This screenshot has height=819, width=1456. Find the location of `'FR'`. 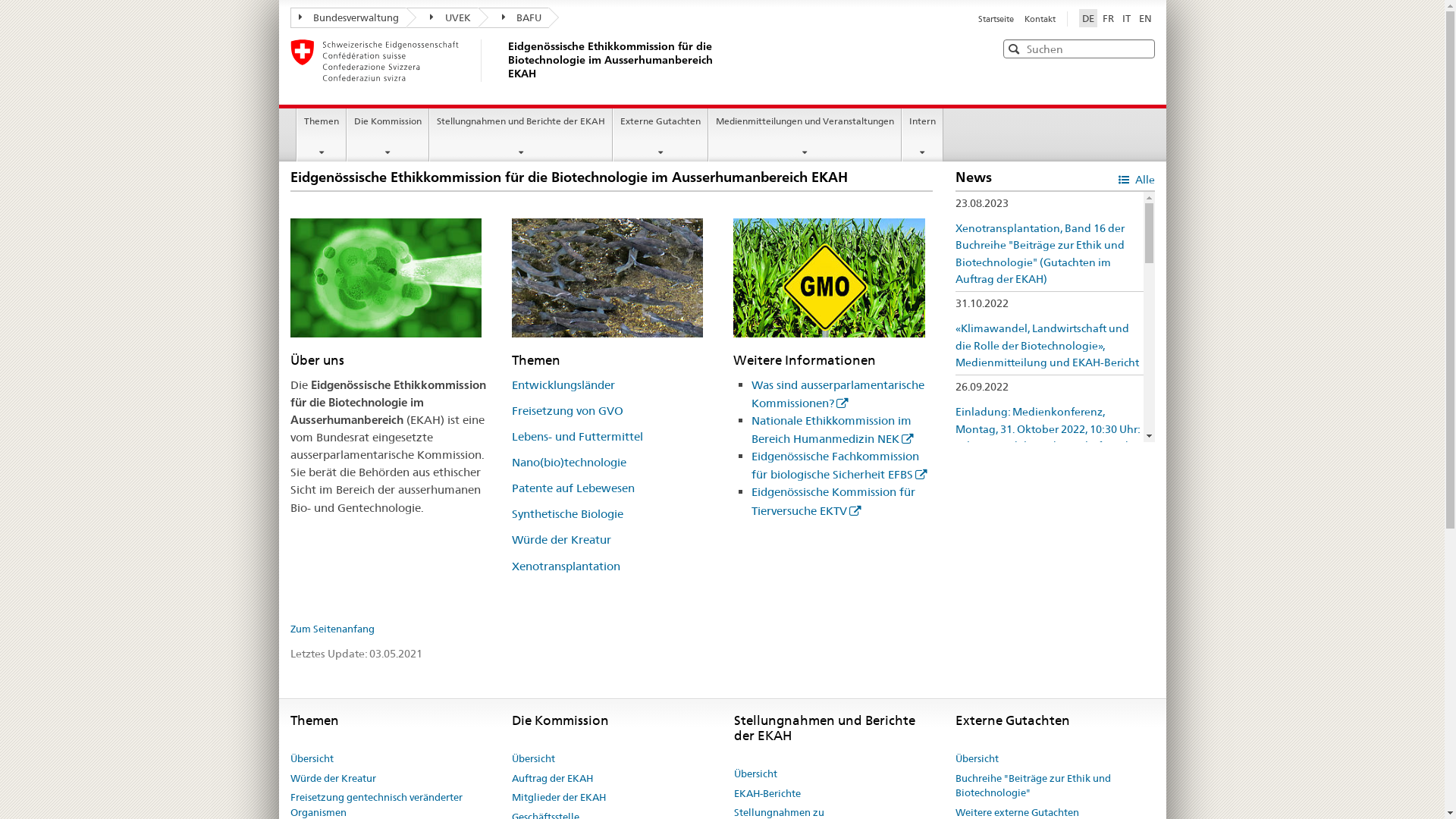

'FR' is located at coordinates (1108, 17).